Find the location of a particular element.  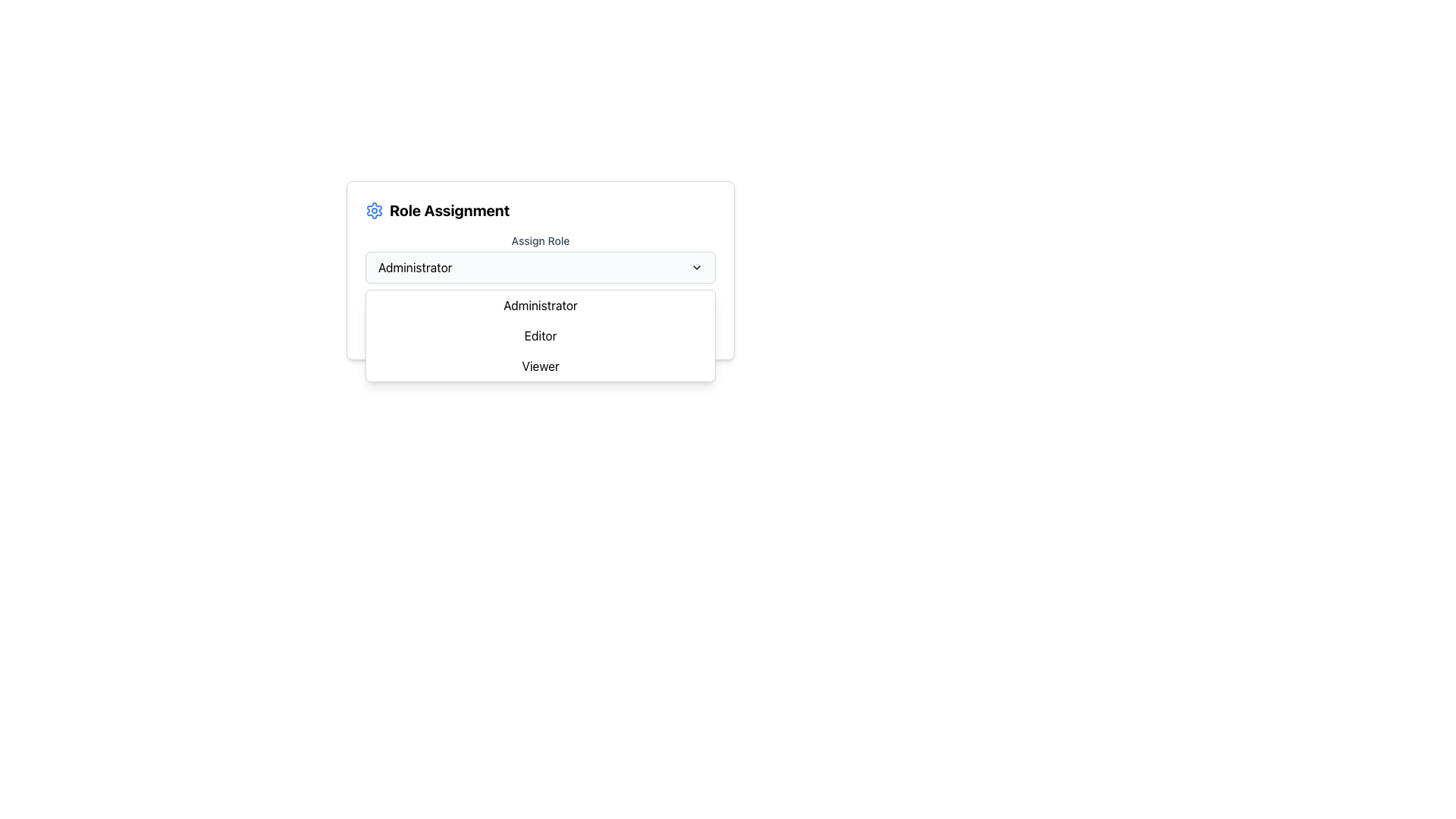

the dropdown menu titled 'Role Assignment' is located at coordinates (541, 270).